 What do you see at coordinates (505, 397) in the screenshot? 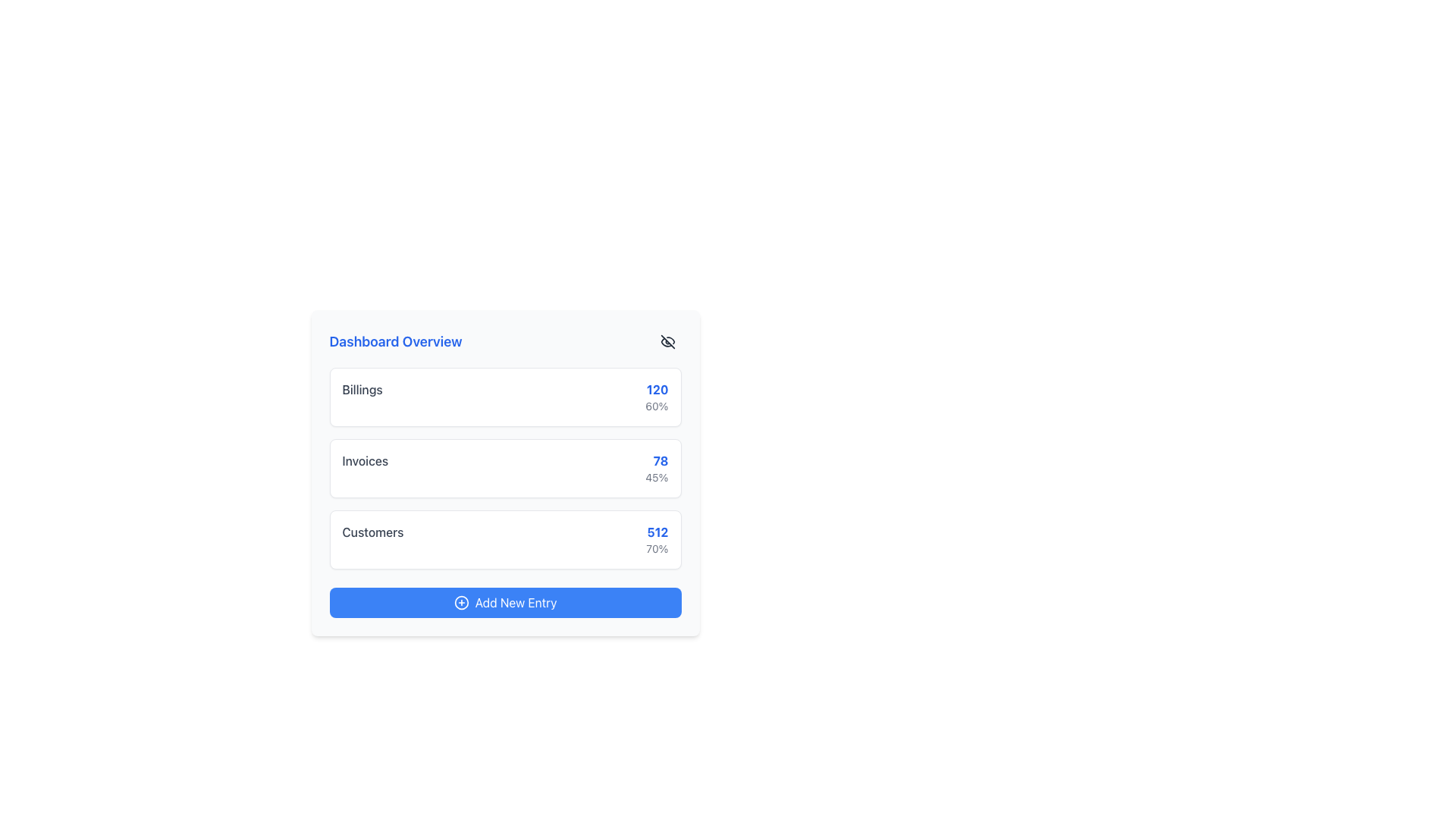
I see `the billing information presented in the 'Billings' Card that displays '120' and '60%'` at bounding box center [505, 397].